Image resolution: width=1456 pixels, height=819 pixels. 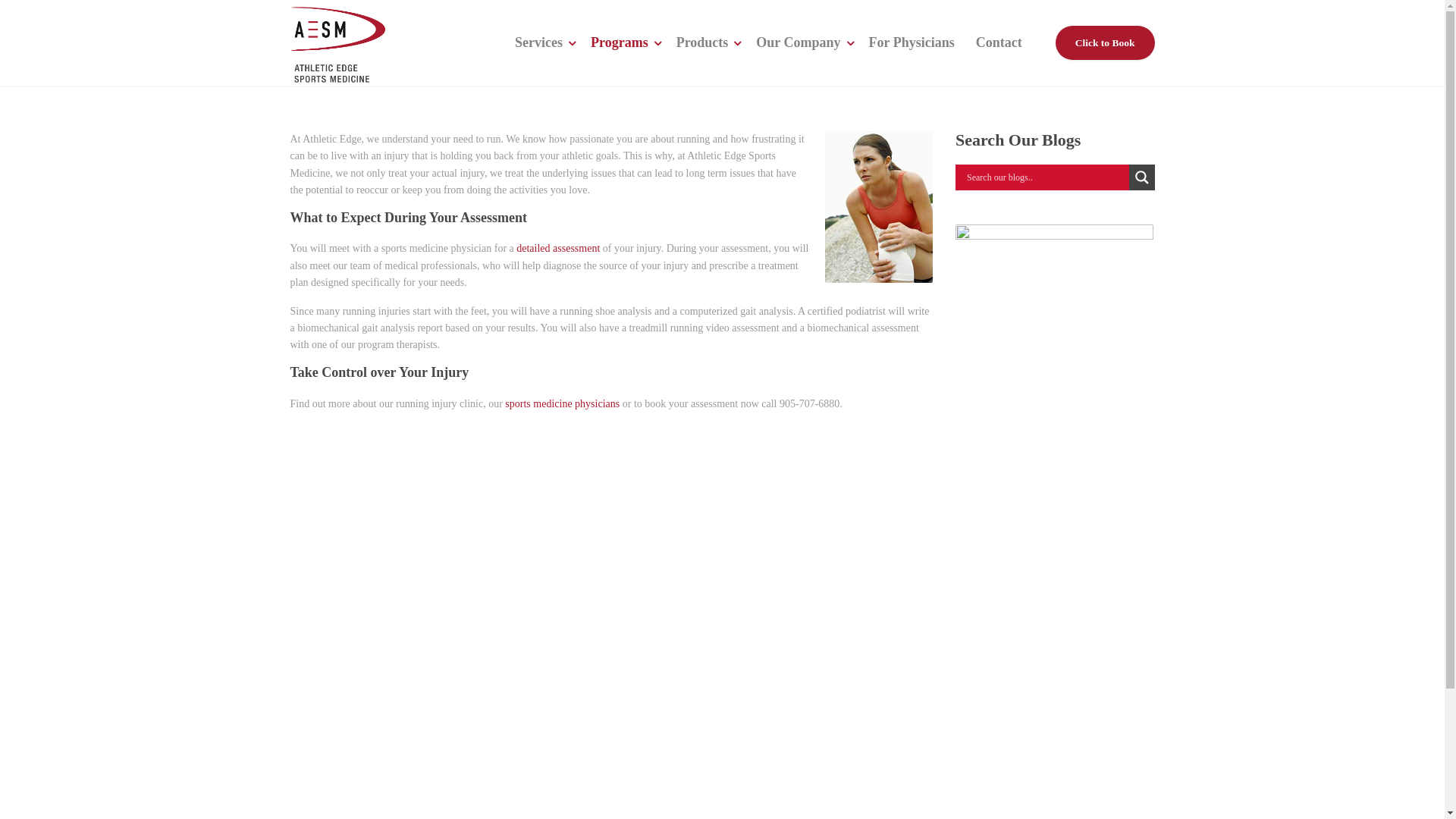 I want to click on 'Our Company', so click(x=800, y=42).